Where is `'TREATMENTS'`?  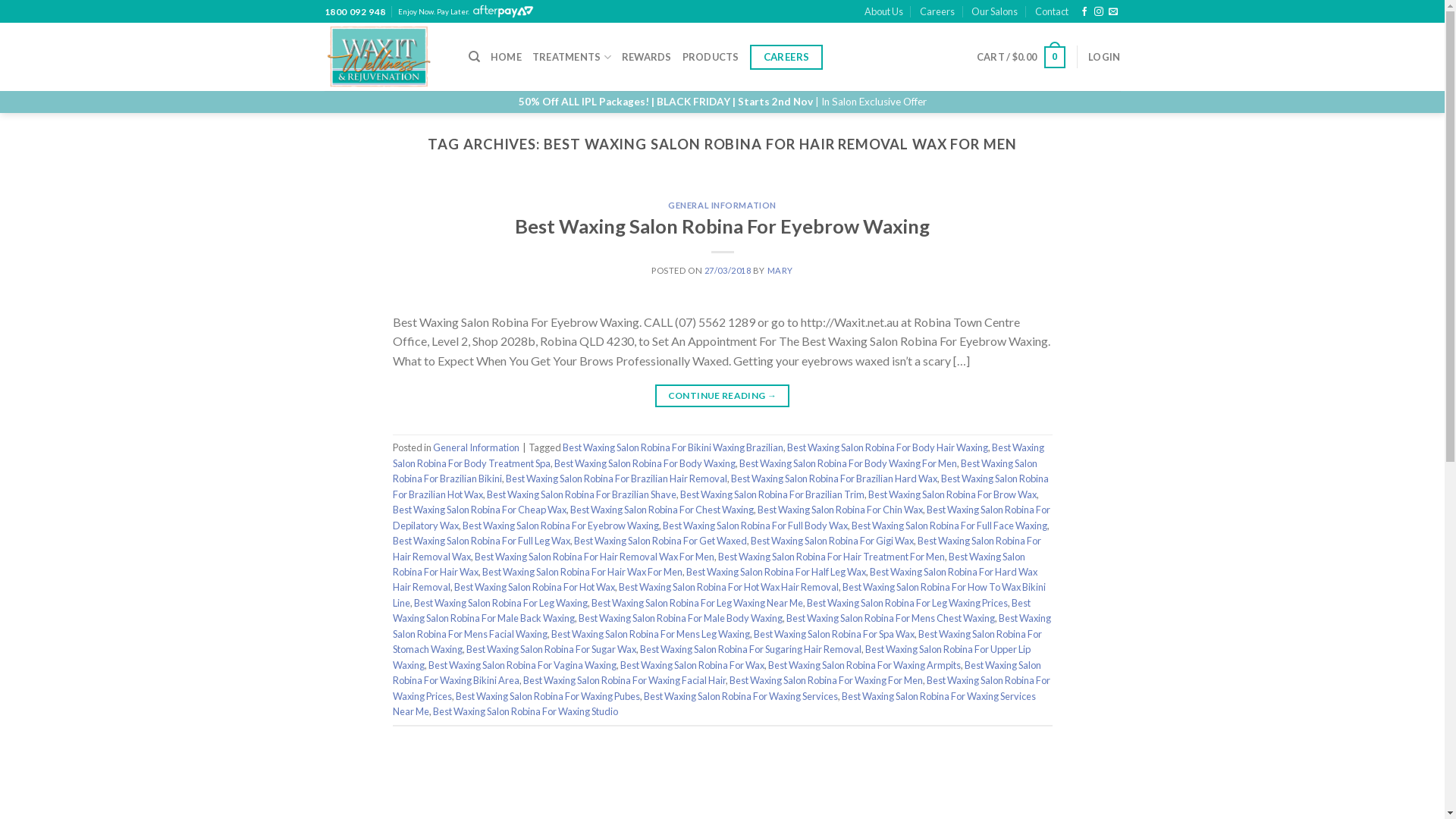
'TREATMENTS' is located at coordinates (532, 56).